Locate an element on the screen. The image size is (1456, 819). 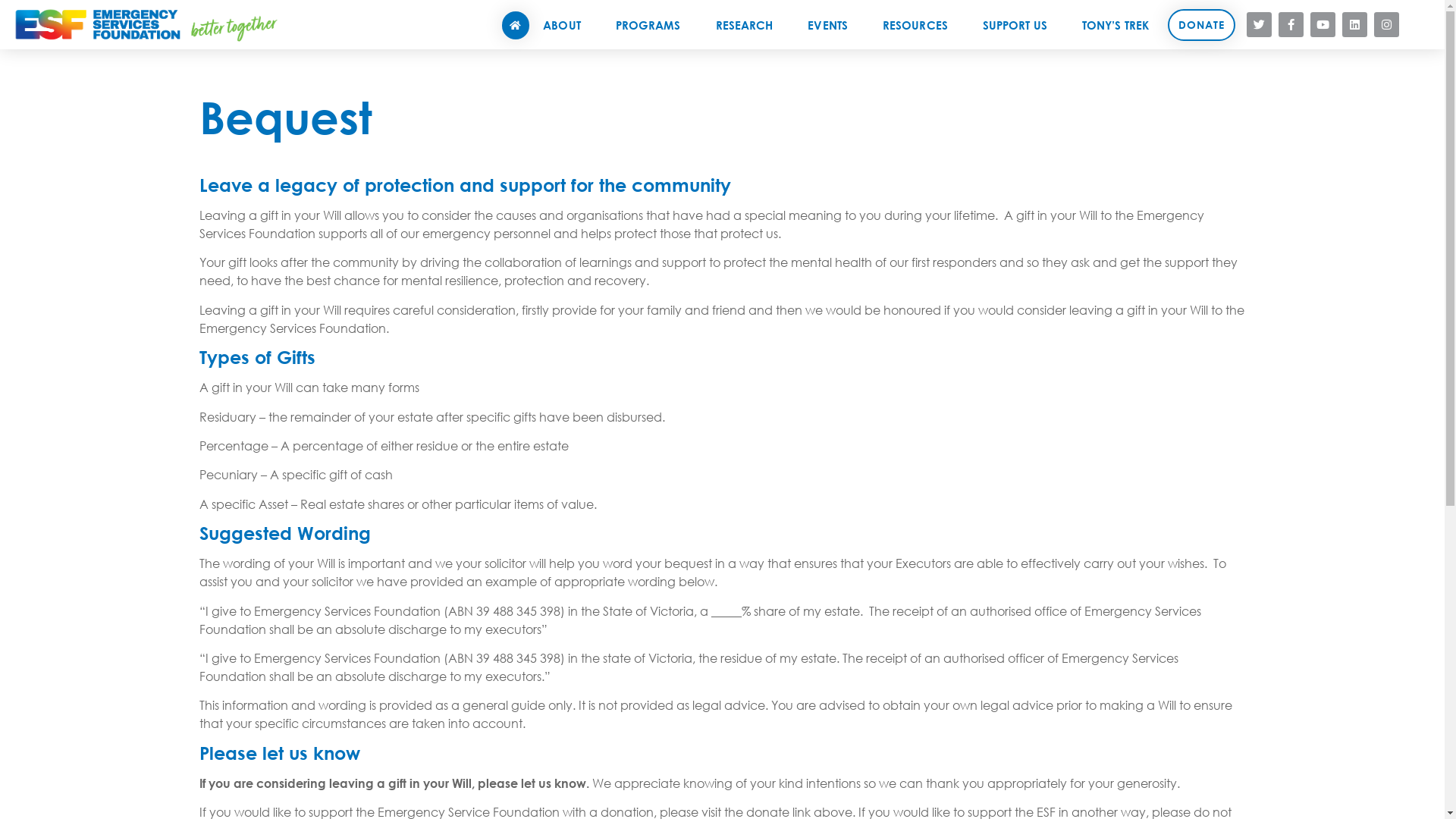
'RESOURCES' is located at coordinates (918, 24).